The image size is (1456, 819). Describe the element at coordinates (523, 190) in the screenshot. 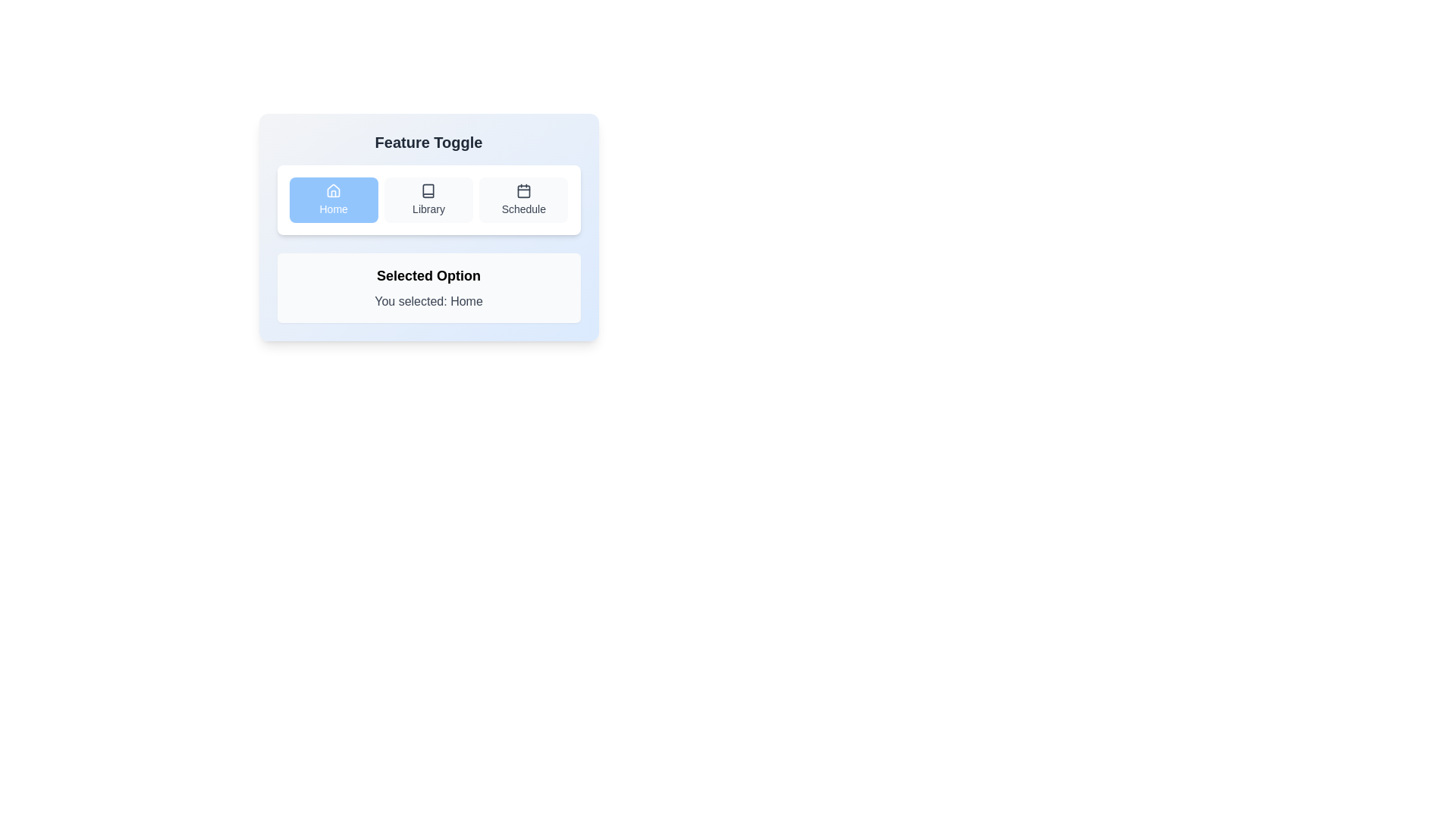

I see `the 'Schedule' icon, which is the third button in the horizontal arrangement of toggle buttons below the 'Feature Toggle' heading` at that location.